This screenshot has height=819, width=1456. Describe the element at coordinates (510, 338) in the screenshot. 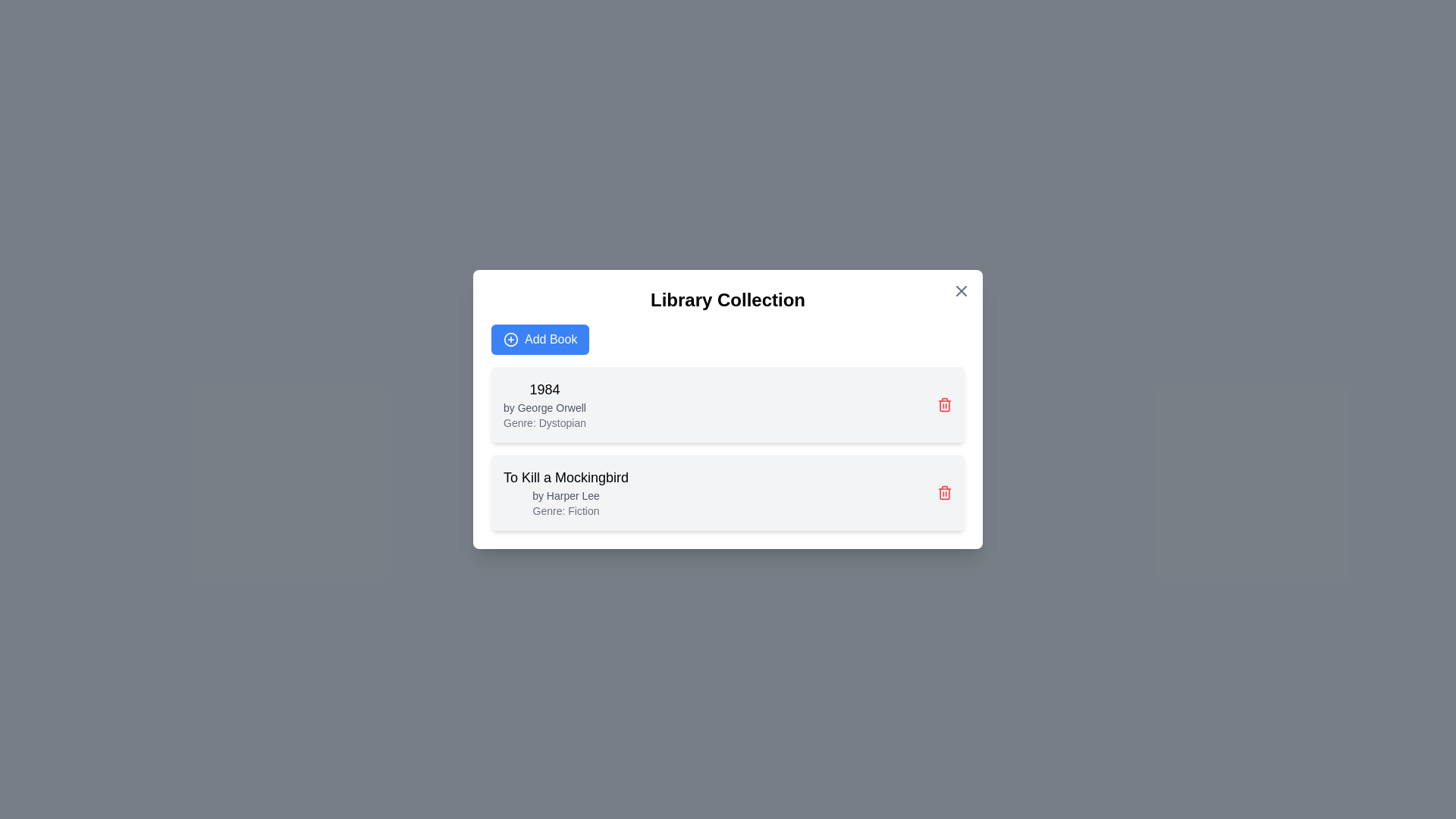

I see `the plus icon enclosed within a circle, located beside the 'Add Book' button` at that location.